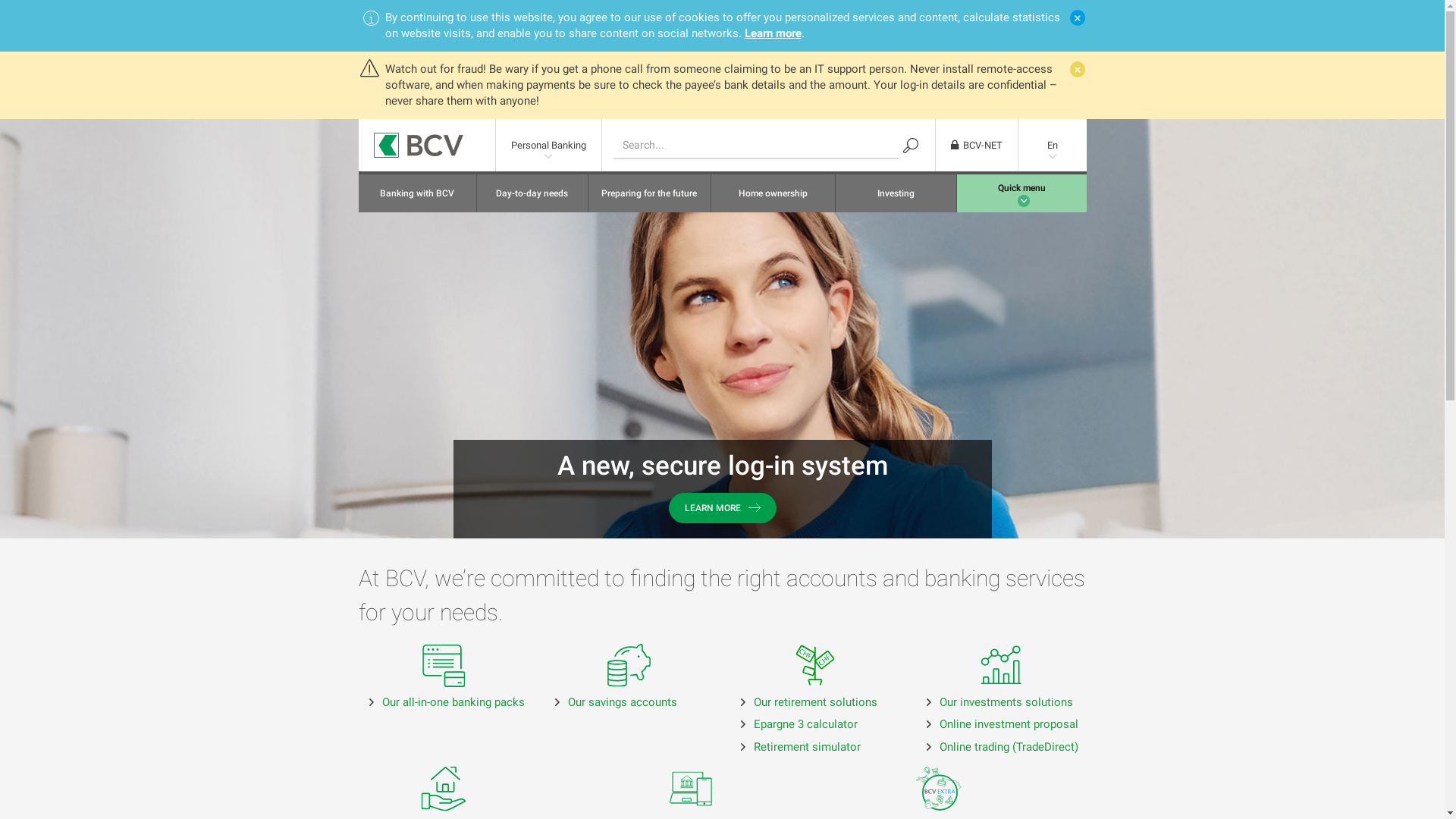  What do you see at coordinates (453, 701) in the screenshot?
I see `'Our all-in-one banking packs'` at bounding box center [453, 701].